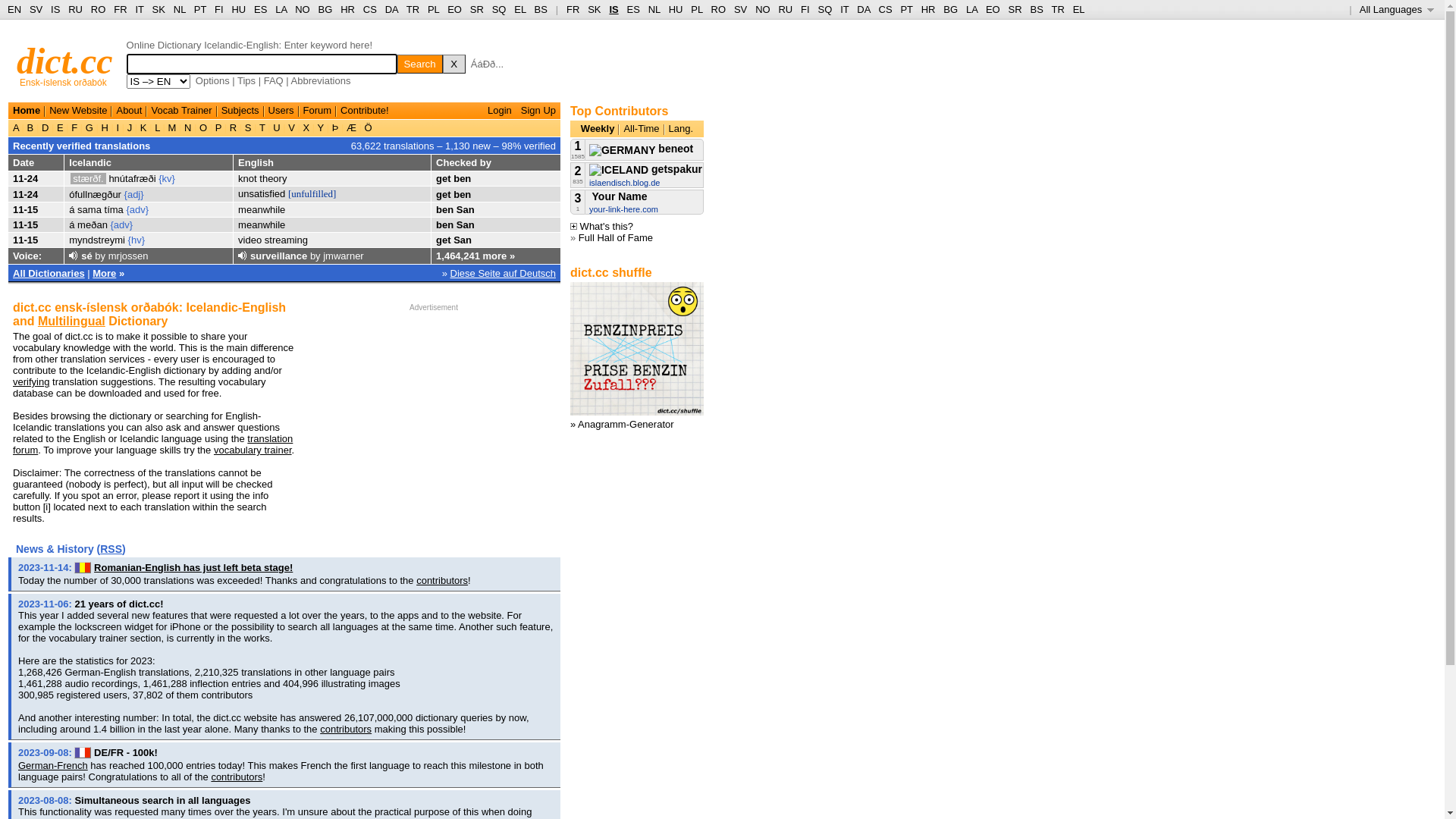 Image resolution: width=1456 pixels, height=819 pixels. I want to click on 'Login', so click(499, 109).